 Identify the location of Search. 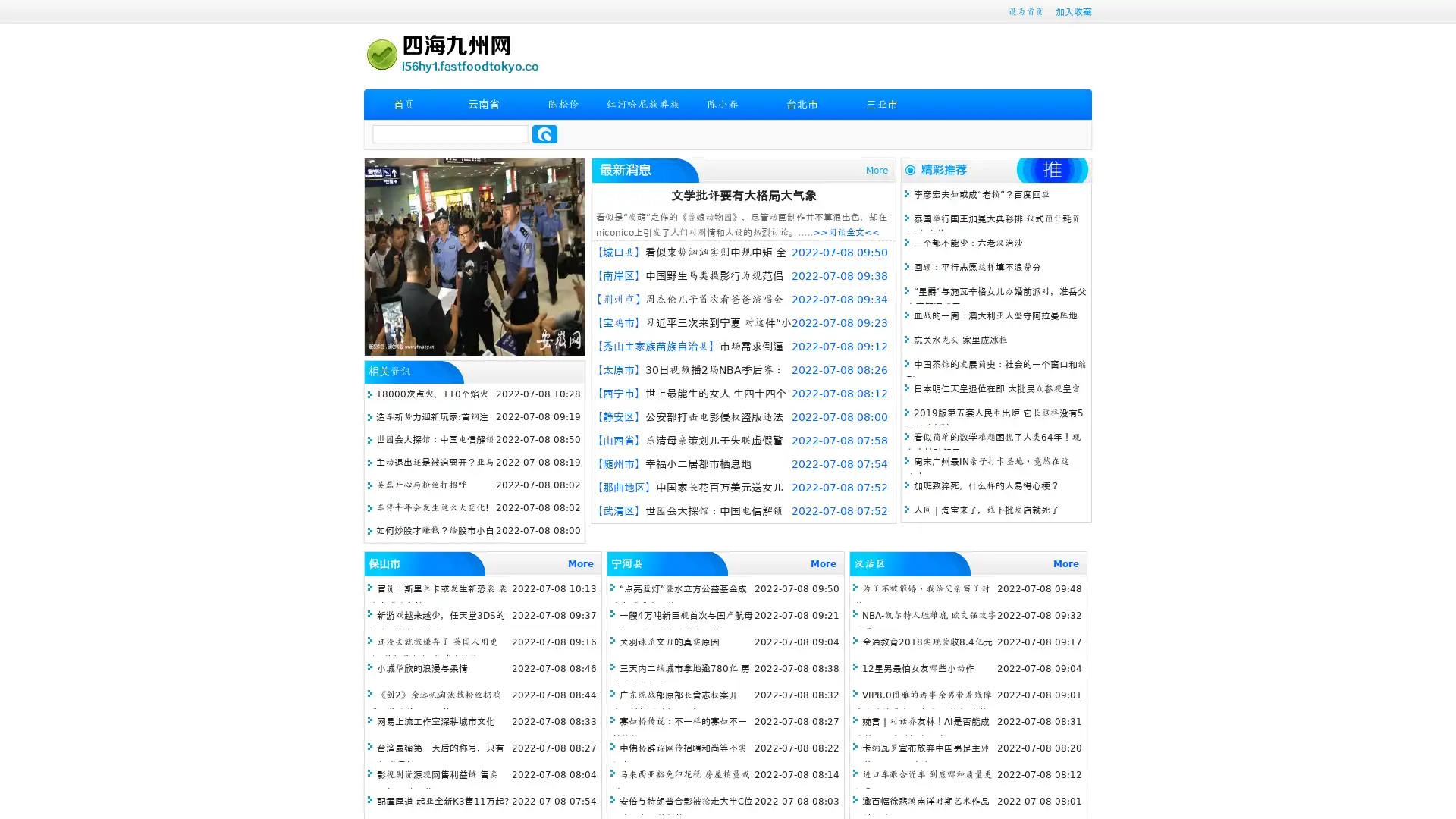
(544, 133).